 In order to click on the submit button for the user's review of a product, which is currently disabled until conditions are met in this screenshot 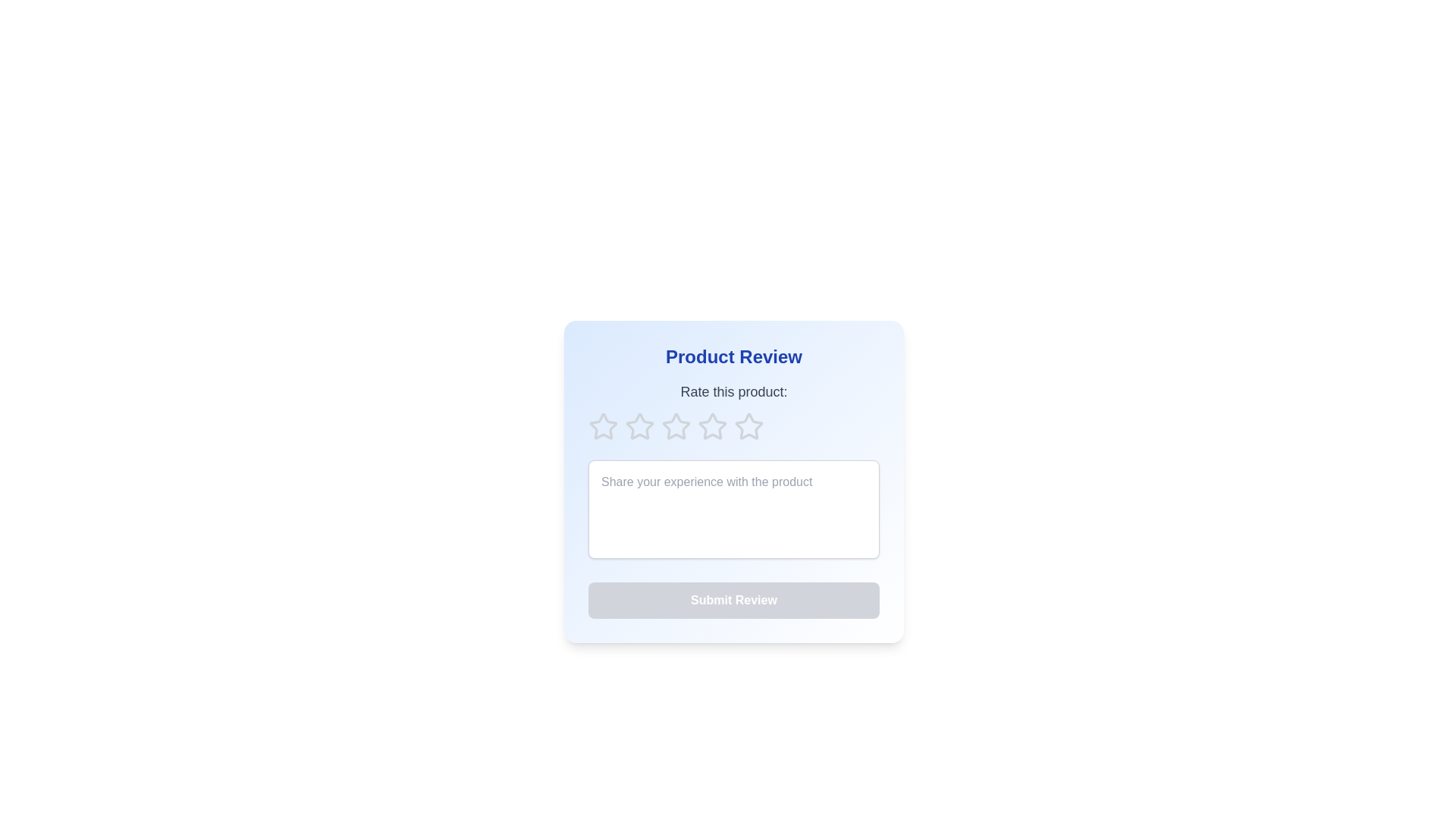, I will do `click(734, 599)`.